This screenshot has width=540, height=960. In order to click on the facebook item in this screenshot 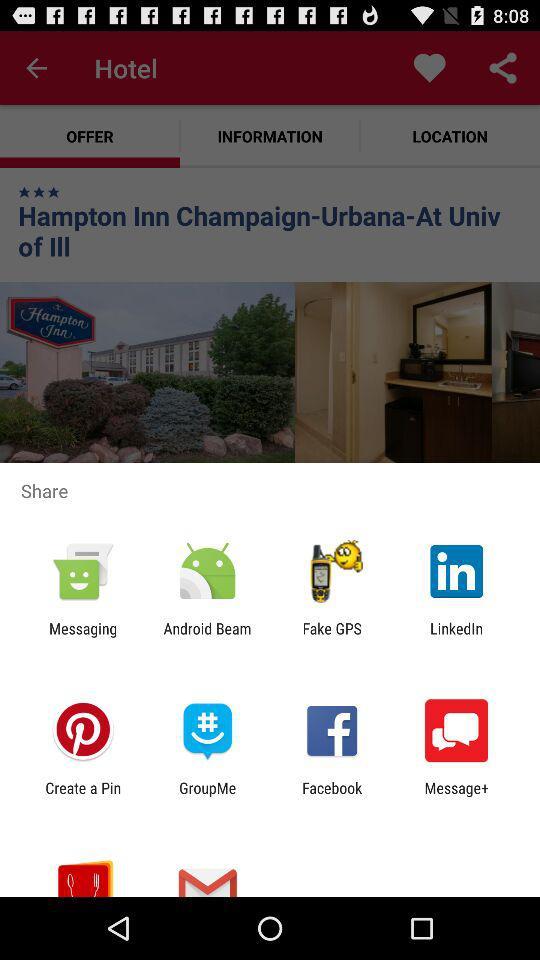, I will do `click(332, 796)`.